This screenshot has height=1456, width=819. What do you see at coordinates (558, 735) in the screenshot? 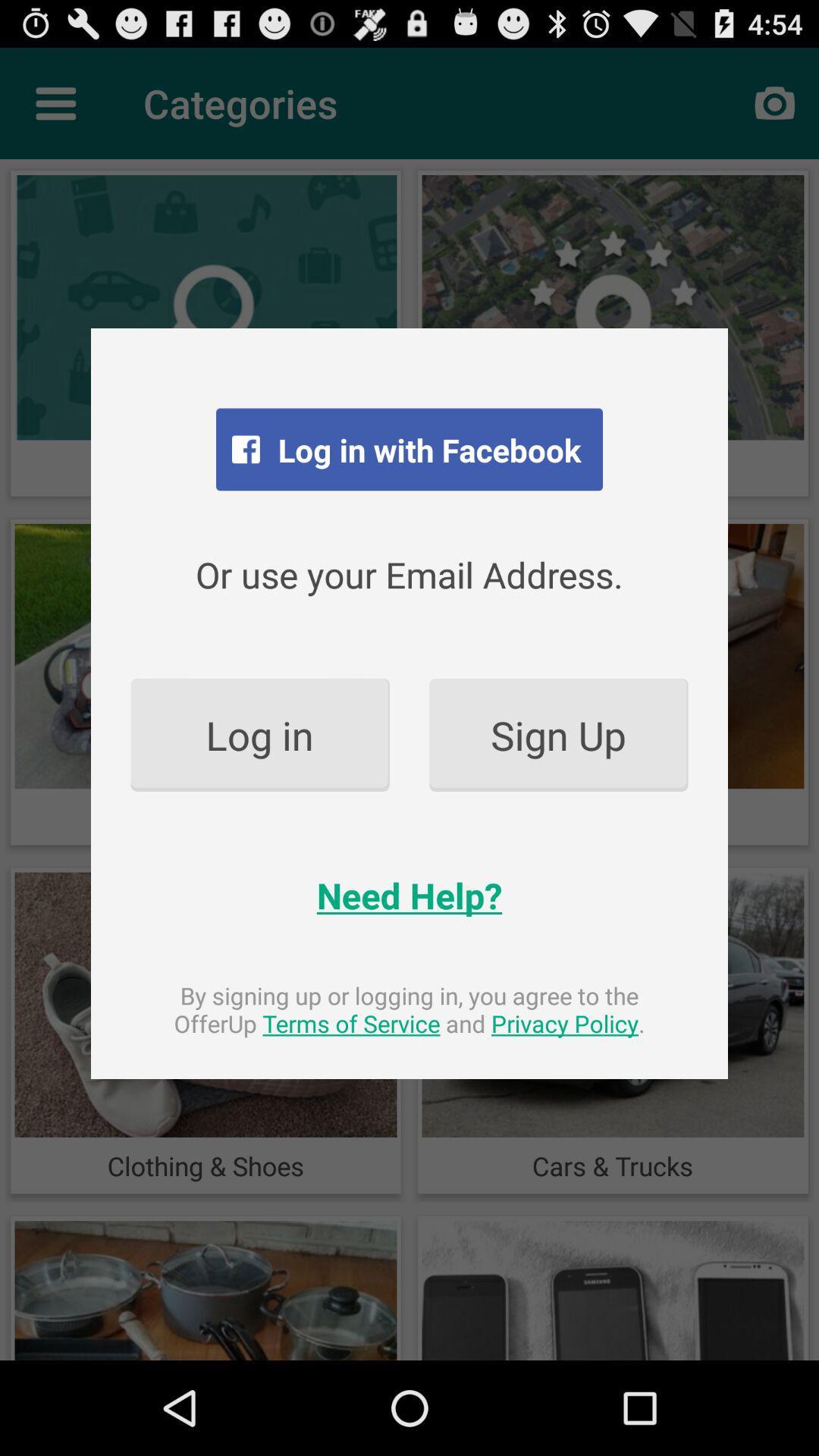
I see `the item next to the log in item` at bounding box center [558, 735].